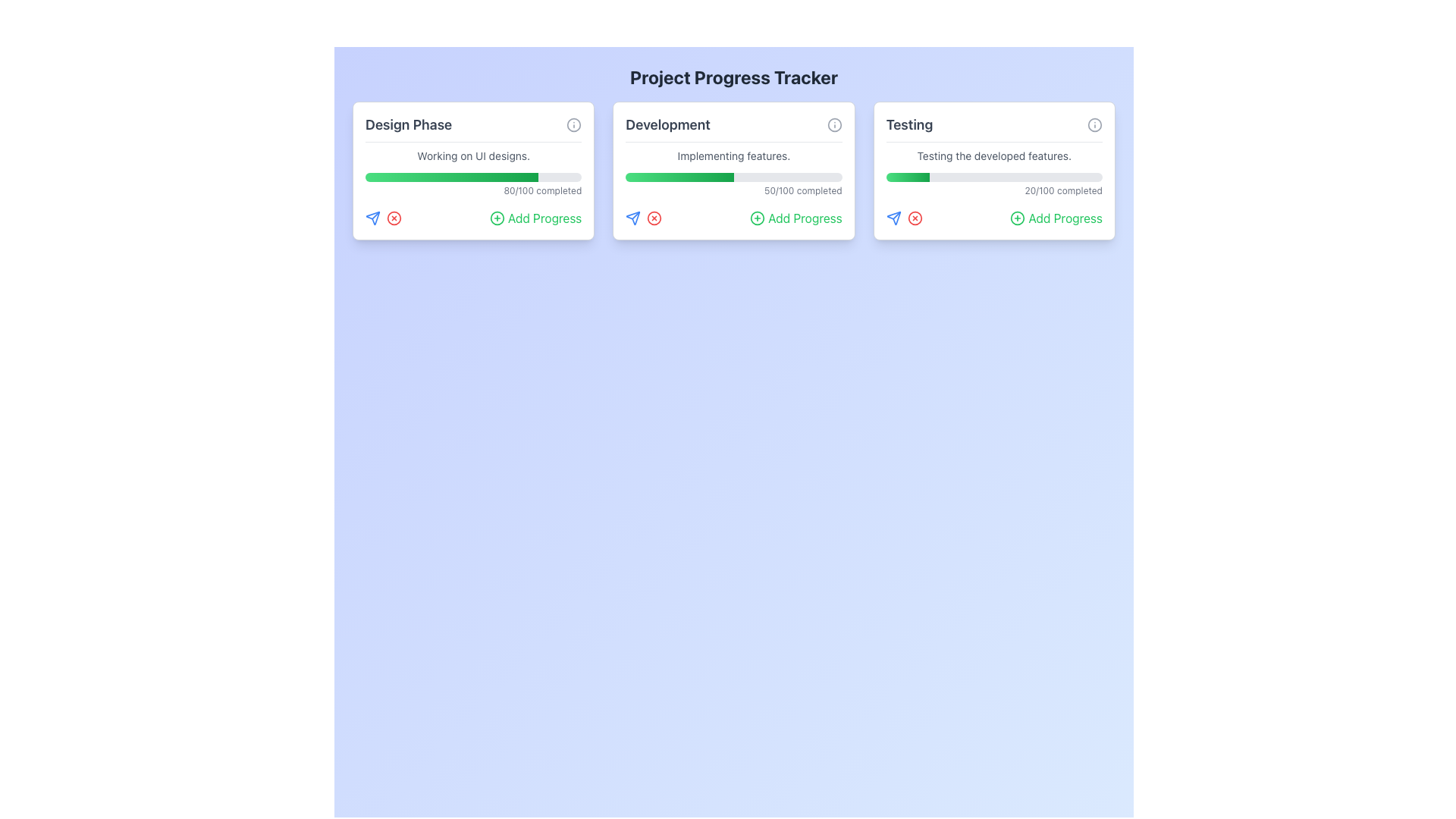  I want to click on the circular SVG shape located in the top-right corner of the 'Development' card, which is styled as an information icon, so click(833, 124).